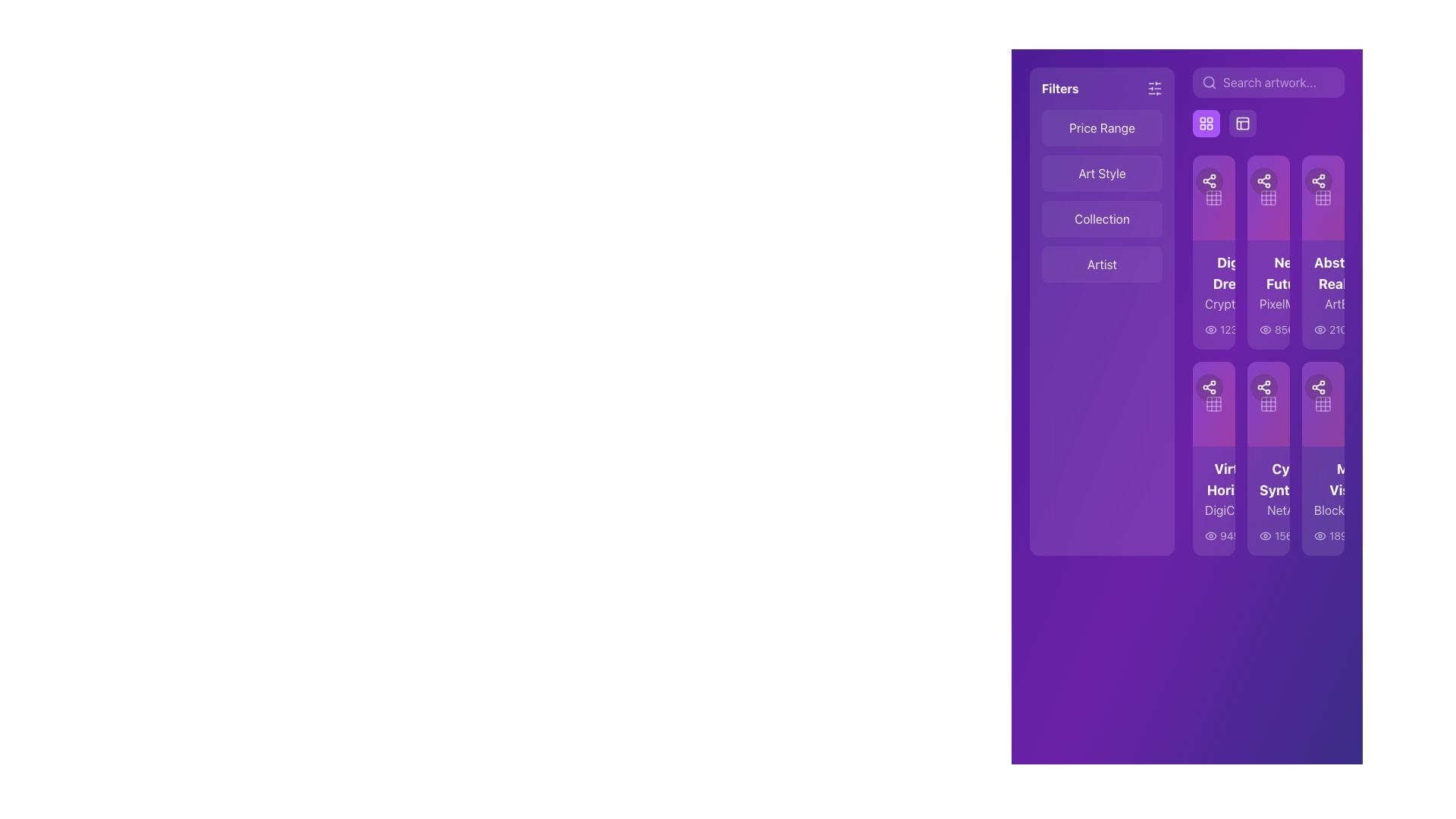 The image size is (1456, 819). Describe the element at coordinates (1205, 122) in the screenshot. I see `the icon button styled as a grid layout with four square cells, displayed in white against a purple circular background` at that location.